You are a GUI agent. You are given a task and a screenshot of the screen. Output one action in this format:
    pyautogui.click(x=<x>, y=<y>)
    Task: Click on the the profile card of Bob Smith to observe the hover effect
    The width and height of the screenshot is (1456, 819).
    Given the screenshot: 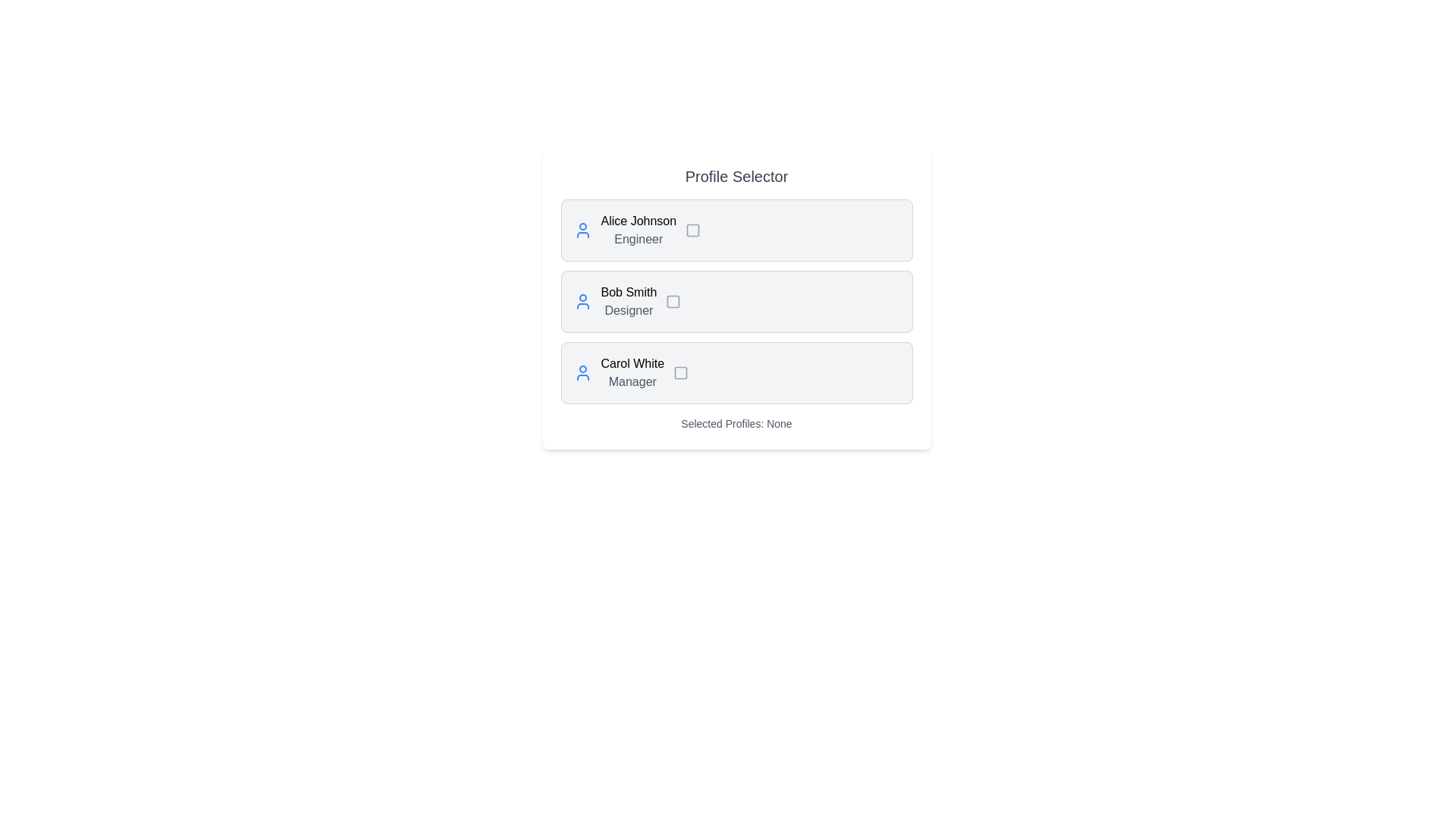 What is the action you would take?
    pyautogui.click(x=736, y=301)
    